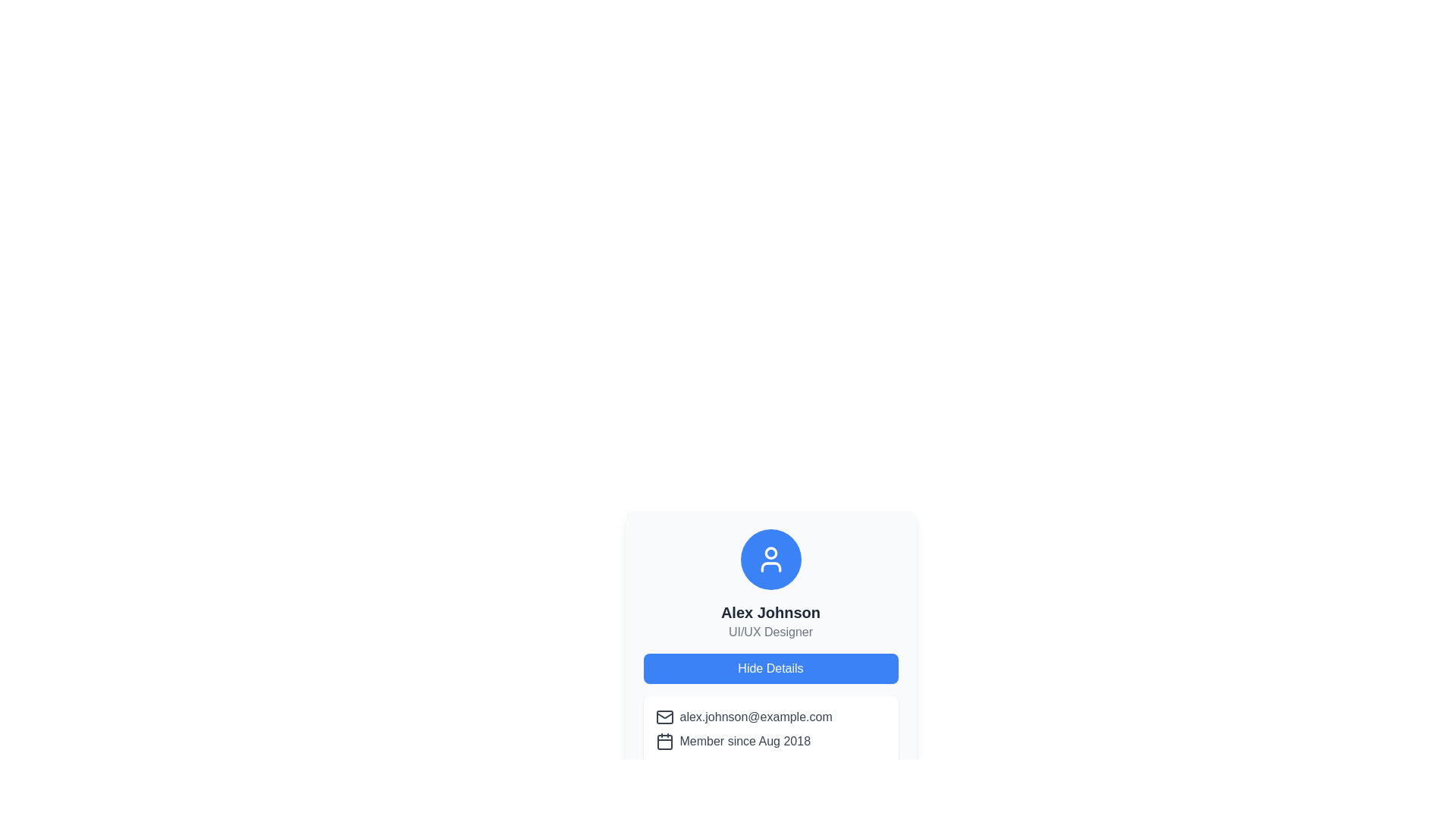  I want to click on the blue circular avatar icon that features a white silhouette of a person at its center, located at the top center of the profile card layout above the text 'Alex Johnson' and 'UI/UX Designer', so click(770, 559).